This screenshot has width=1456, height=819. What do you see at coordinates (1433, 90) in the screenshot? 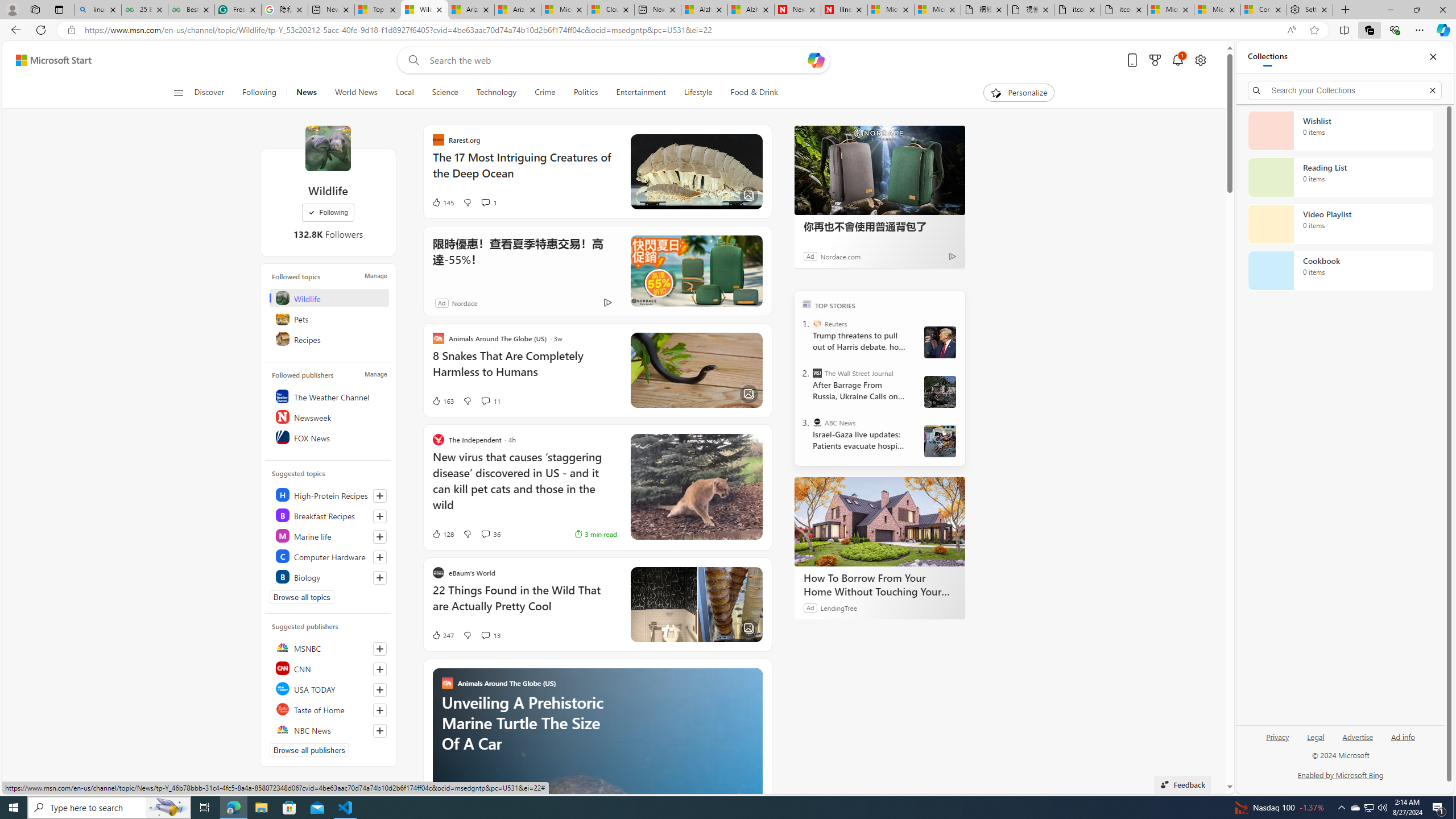
I see `'Exit search'` at bounding box center [1433, 90].